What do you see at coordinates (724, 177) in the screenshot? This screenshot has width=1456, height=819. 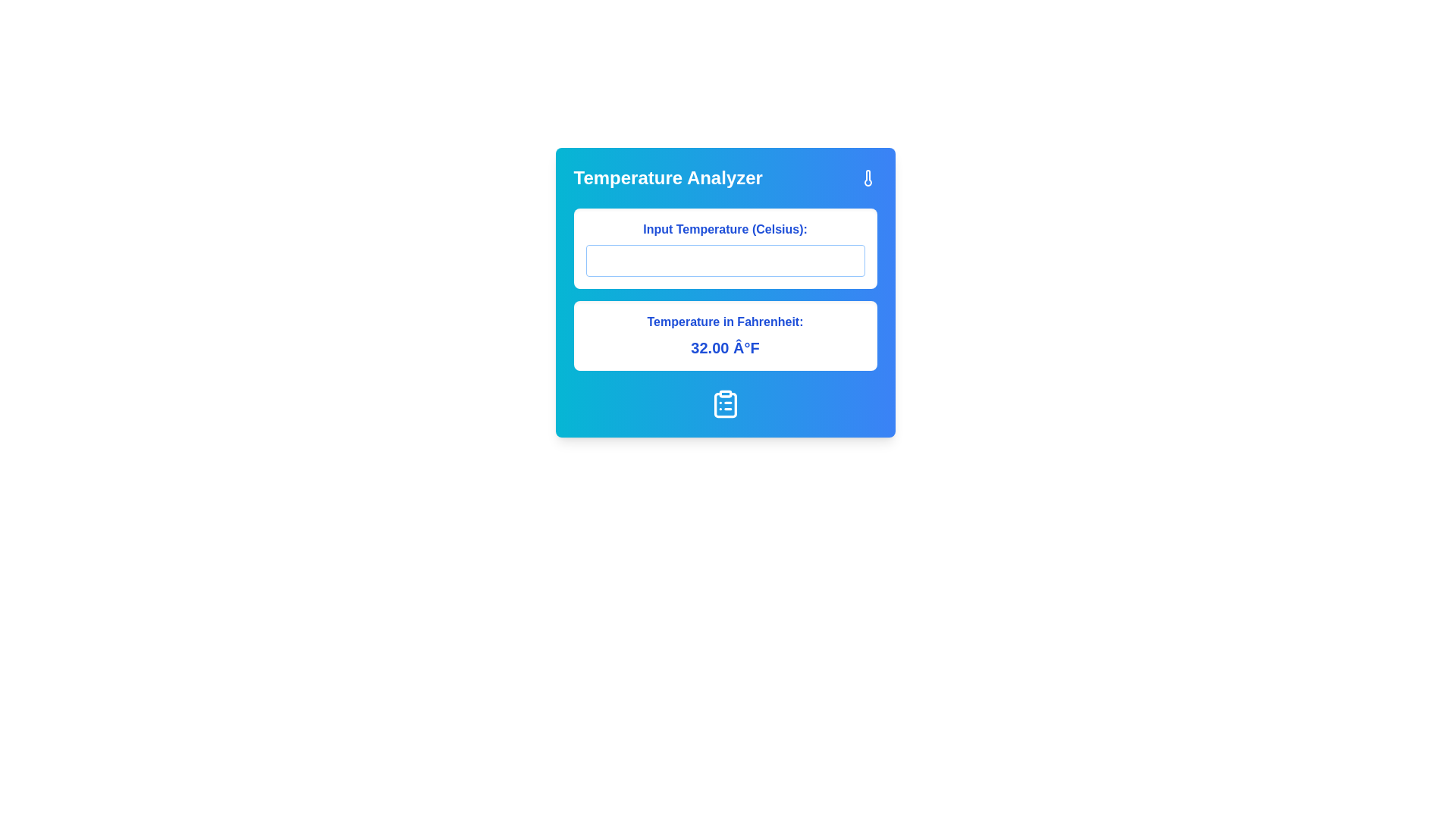 I see `the 'Temperature Analyzer' header text located at the top of the card section, which features a thermometer icon on the right and a gradient background from cyan to blue` at bounding box center [724, 177].